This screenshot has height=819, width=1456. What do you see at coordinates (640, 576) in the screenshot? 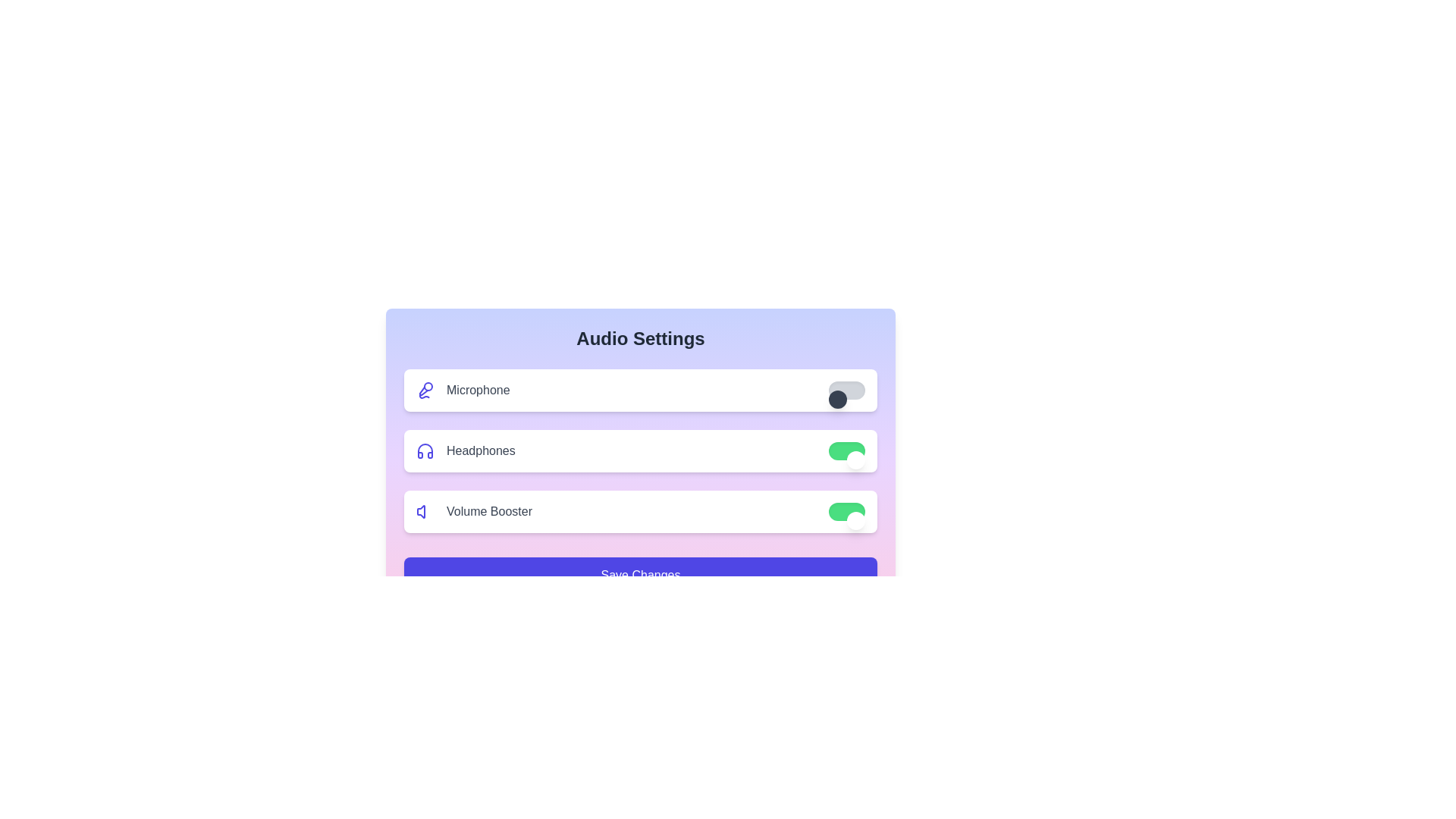
I see `'Save Changes' button to apply the settings` at bounding box center [640, 576].